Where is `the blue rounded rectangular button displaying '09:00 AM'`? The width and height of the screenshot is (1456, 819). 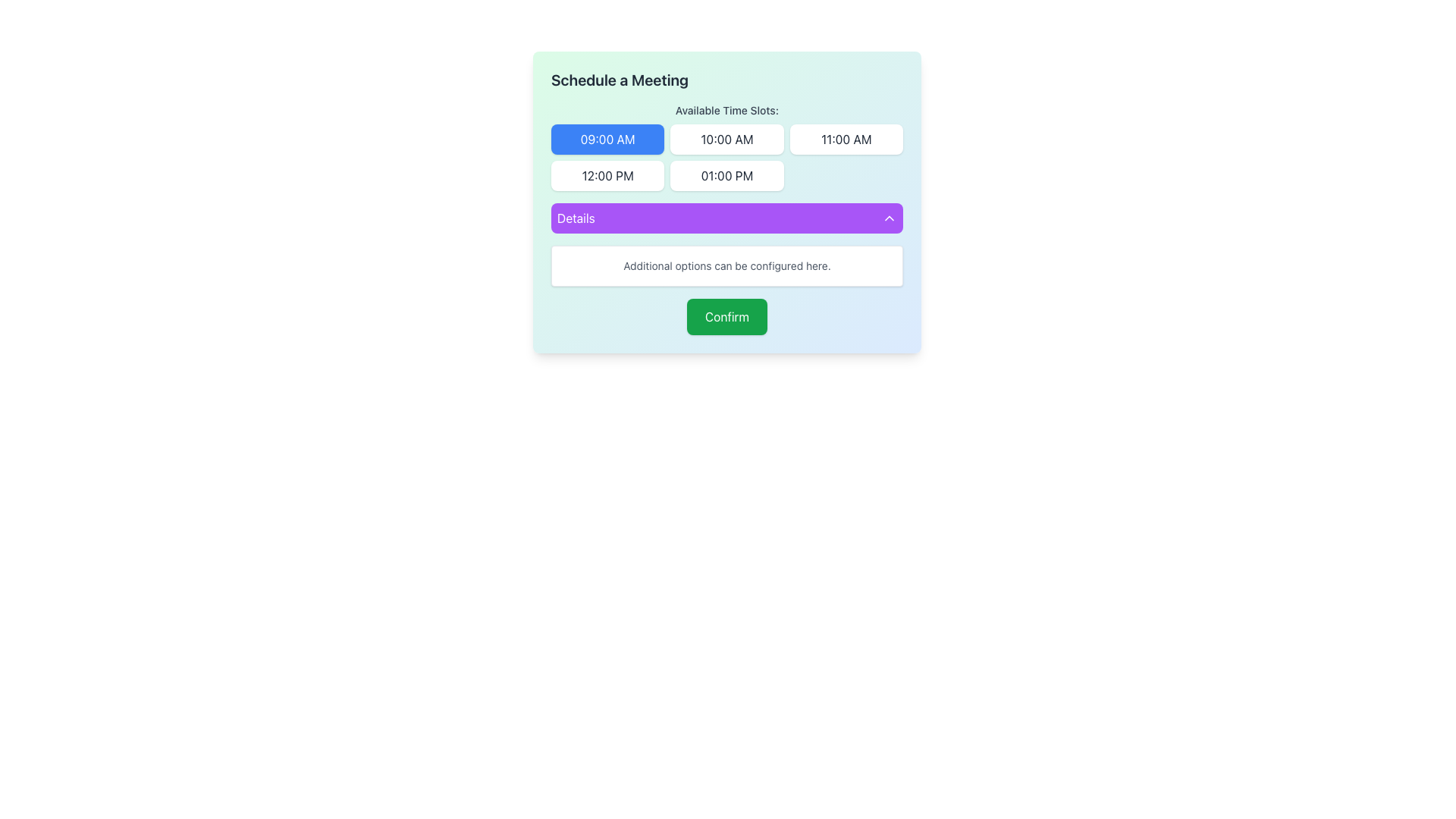
the blue rounded rectangular button displaying '09:00 AM' is located at coordinates (607, 140).